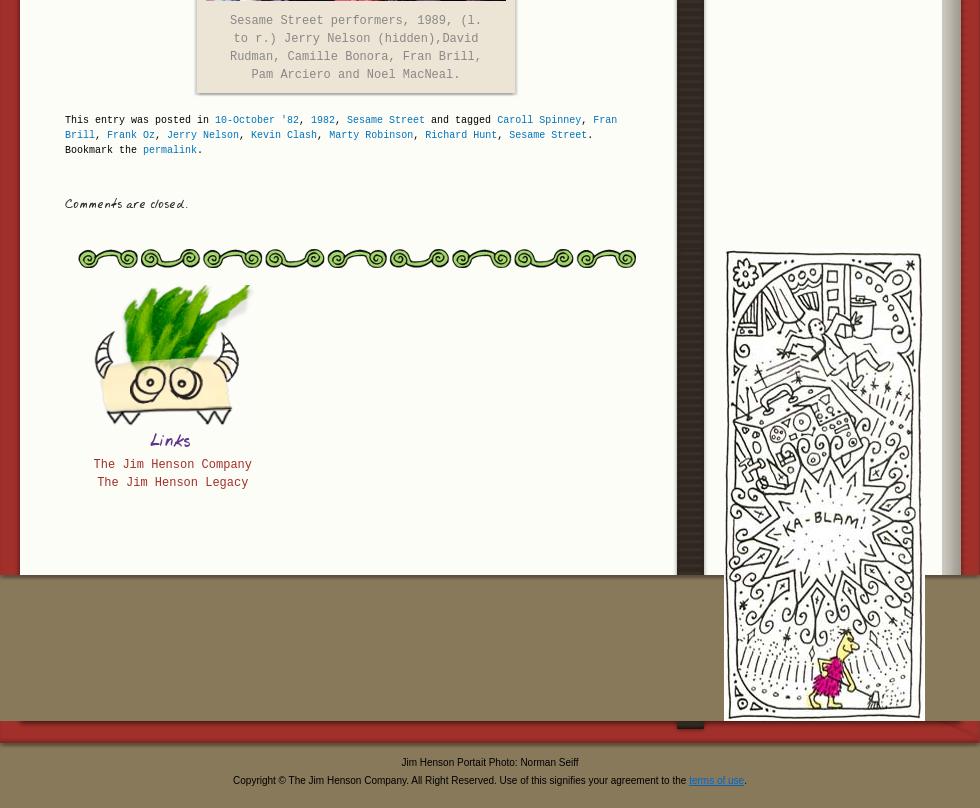  Describe the element at coordinates (355, 47) in the screenshot. I see `'Sesame Street performers, 1989, (l. to r.) Jerry Nelson (hidden),David Rudman, Camille Bonora, Fran Brill, Pam Arciero and Noel MacNeal.'` at that location.